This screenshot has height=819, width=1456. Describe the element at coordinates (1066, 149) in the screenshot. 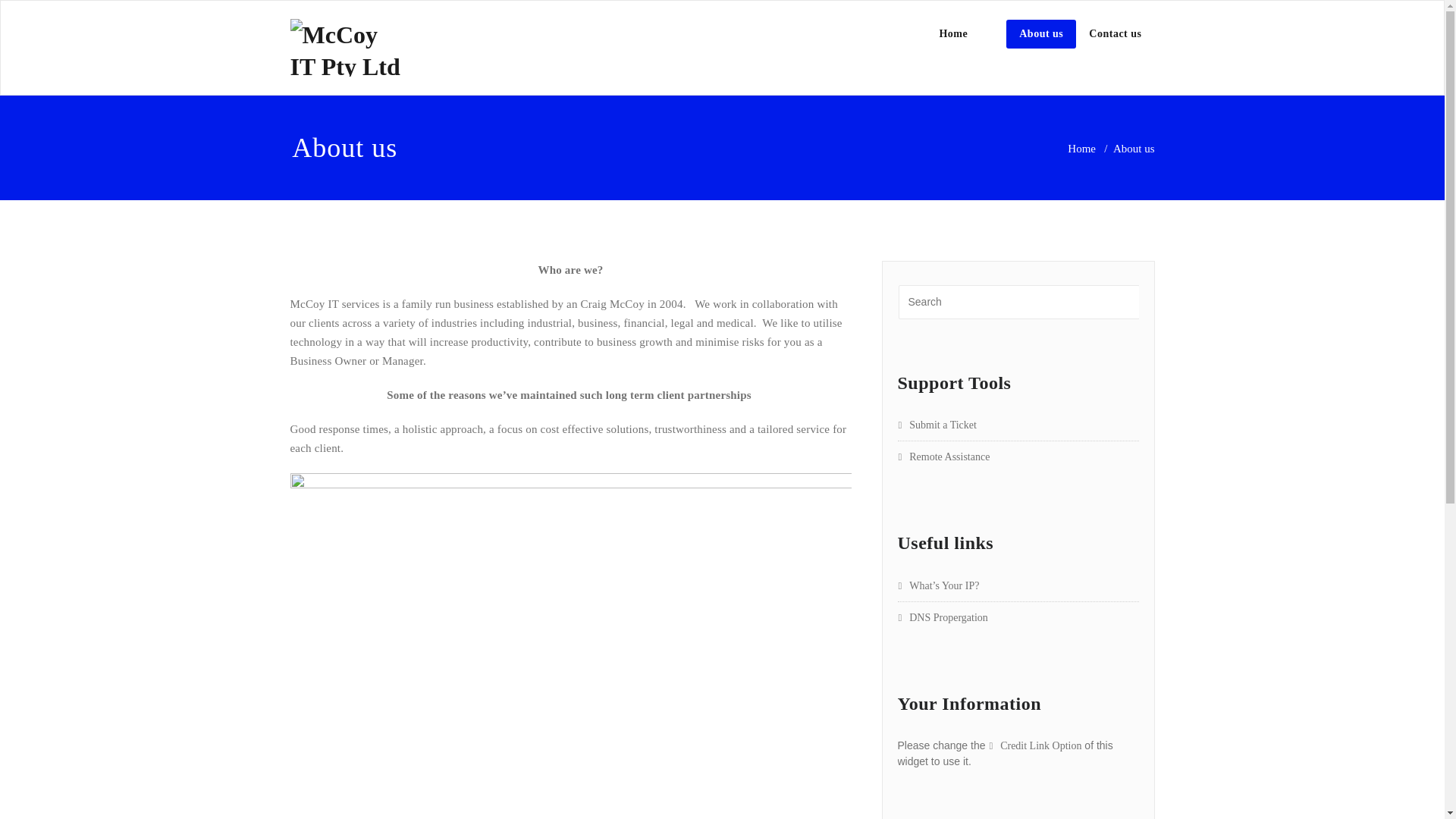

I see `'Home'` at that location.